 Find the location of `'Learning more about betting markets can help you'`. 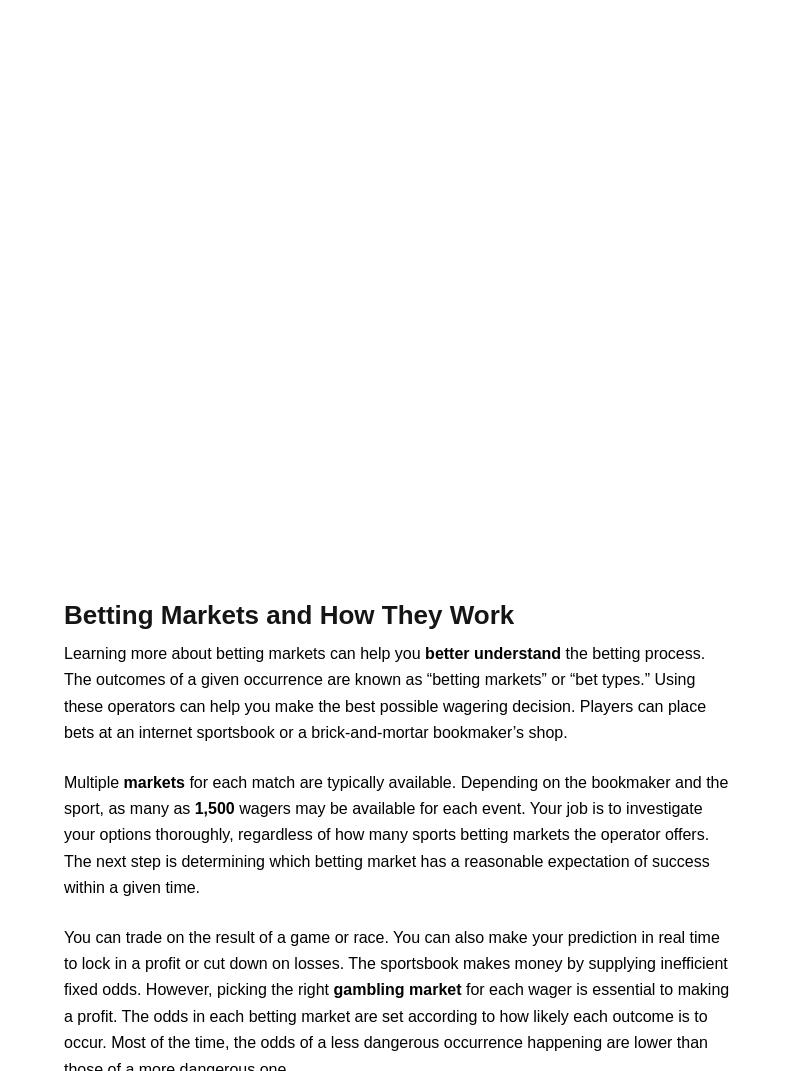

'Learning more about betting markets can help you' is located at coordinates (243, 651).